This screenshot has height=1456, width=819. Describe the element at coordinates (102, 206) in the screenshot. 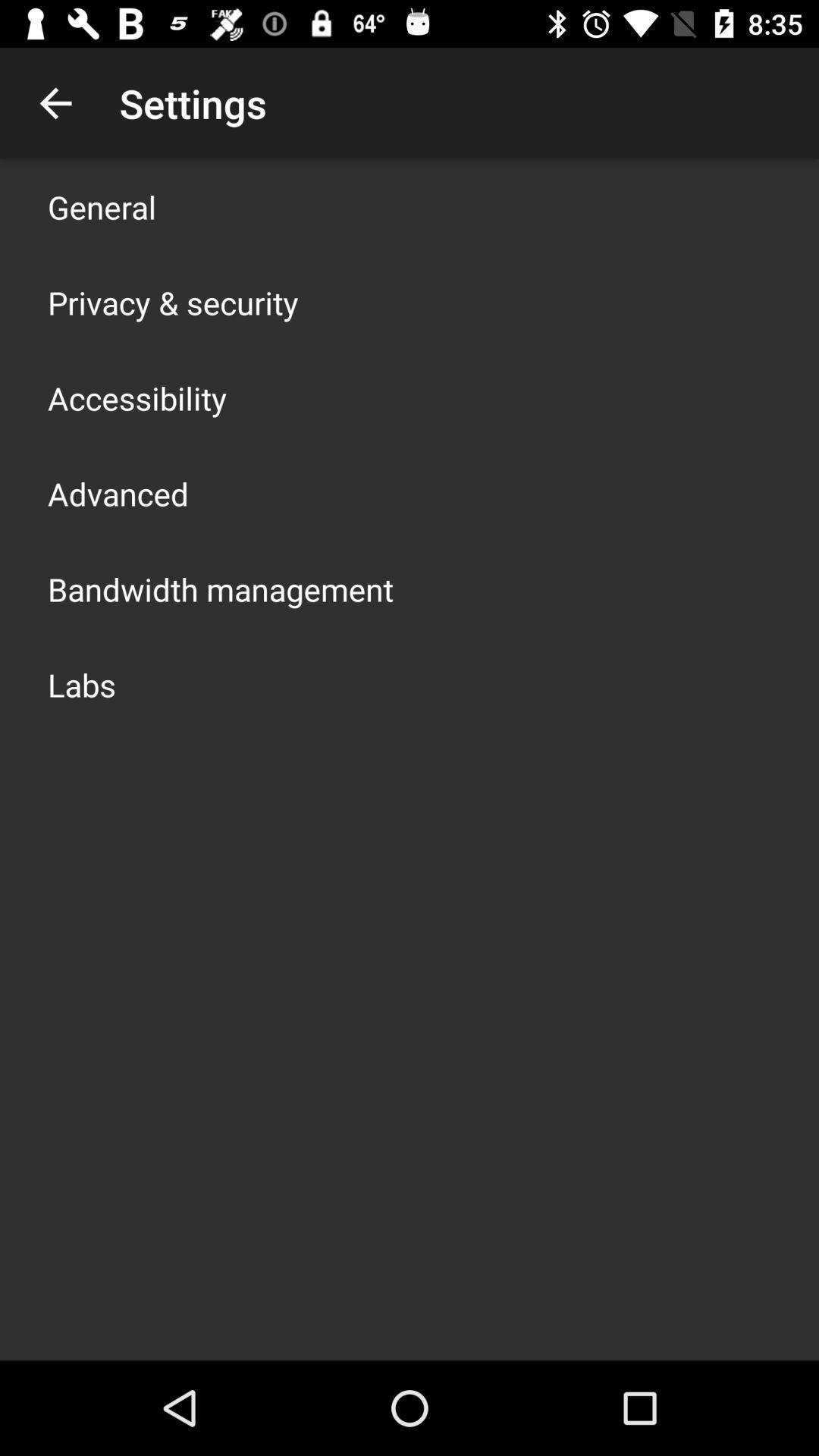

I see `the item above the privacy & security` at that location.